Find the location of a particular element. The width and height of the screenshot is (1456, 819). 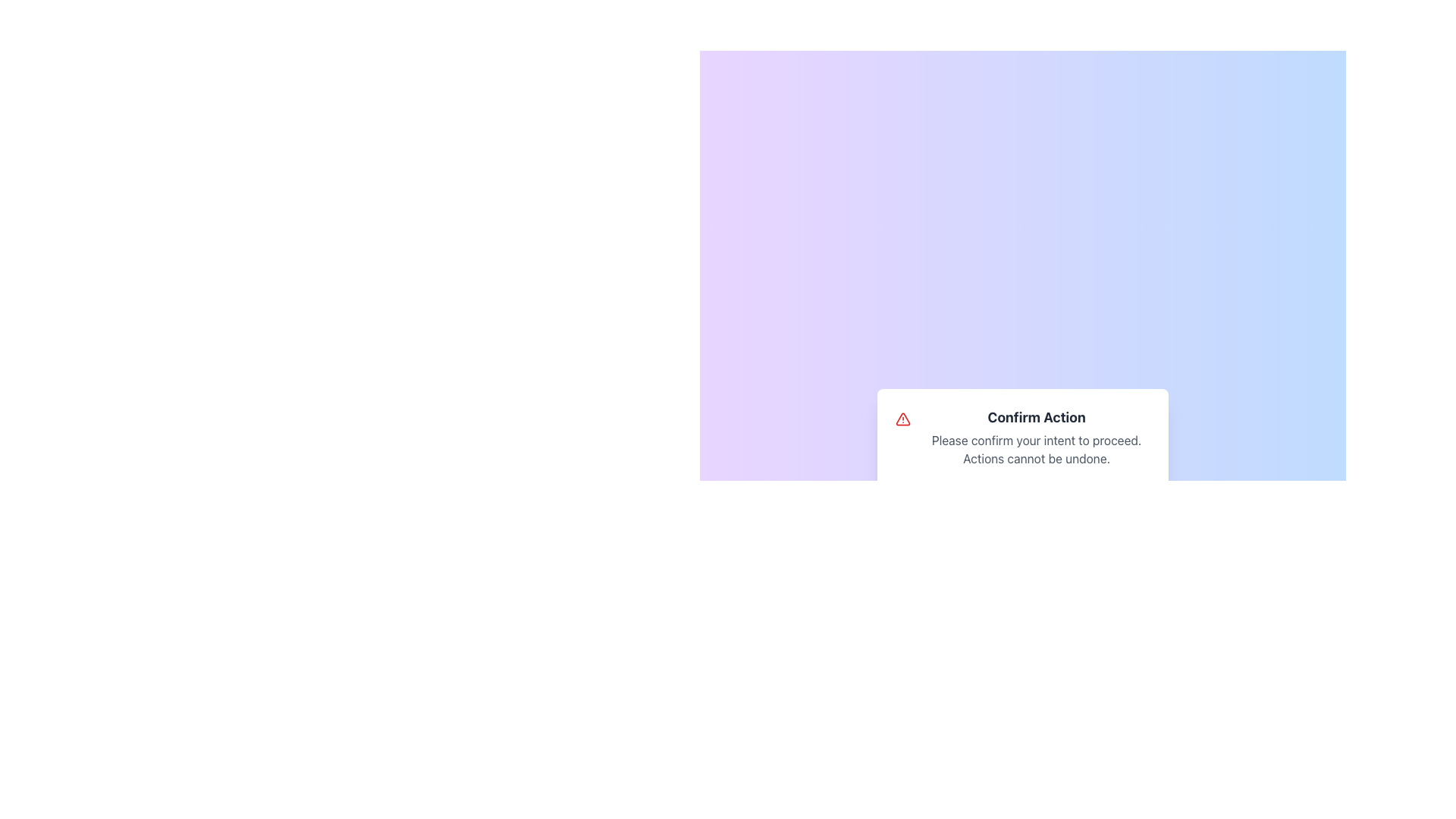

text message displayed in gray font located below the bold heading 'Confirm Action' inside the content box is located at coordinates (1036, 449).